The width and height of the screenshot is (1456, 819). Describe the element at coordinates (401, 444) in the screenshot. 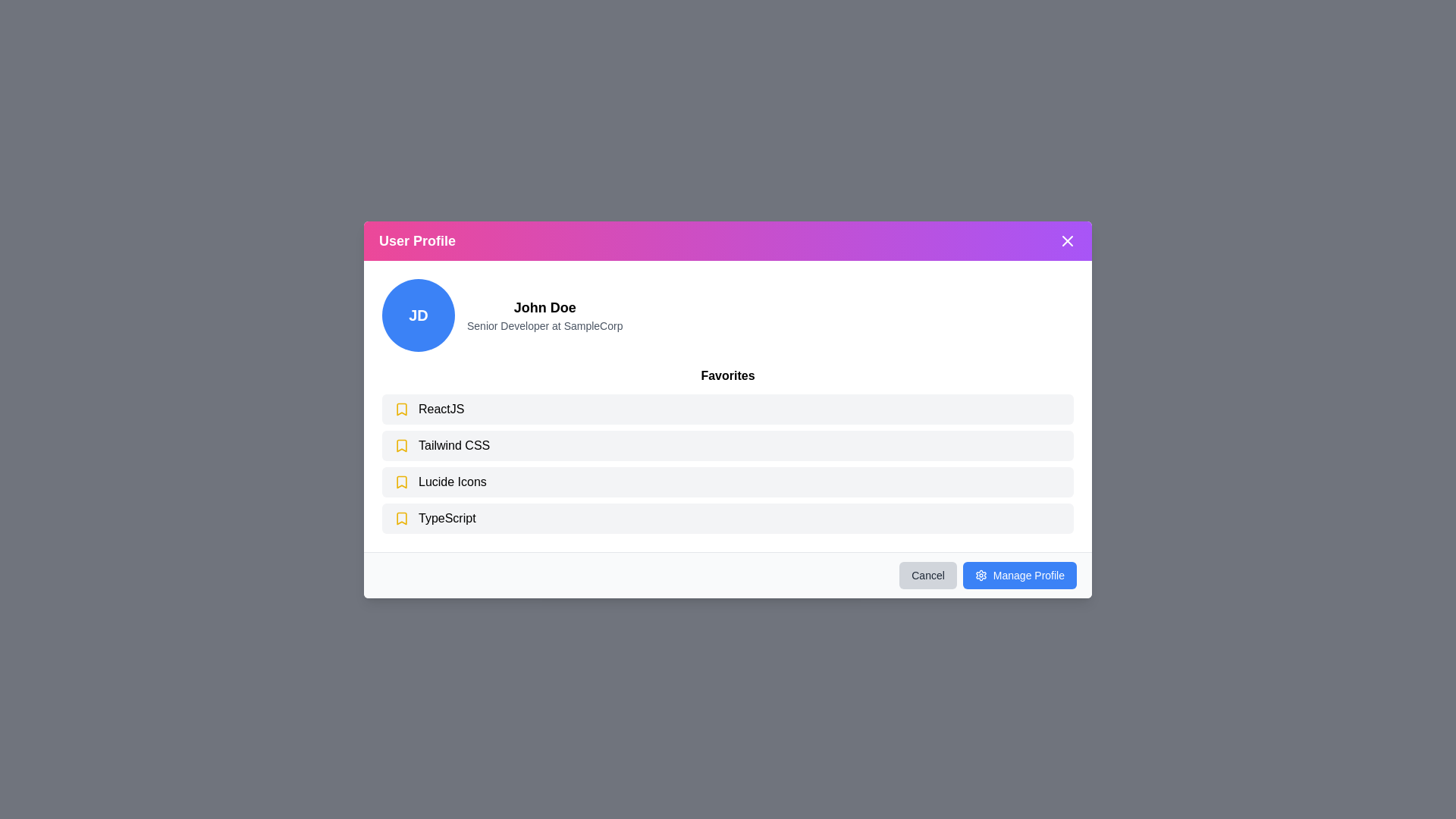

I see `the bookmark icon for 'Tailwind CSS'` at that location.